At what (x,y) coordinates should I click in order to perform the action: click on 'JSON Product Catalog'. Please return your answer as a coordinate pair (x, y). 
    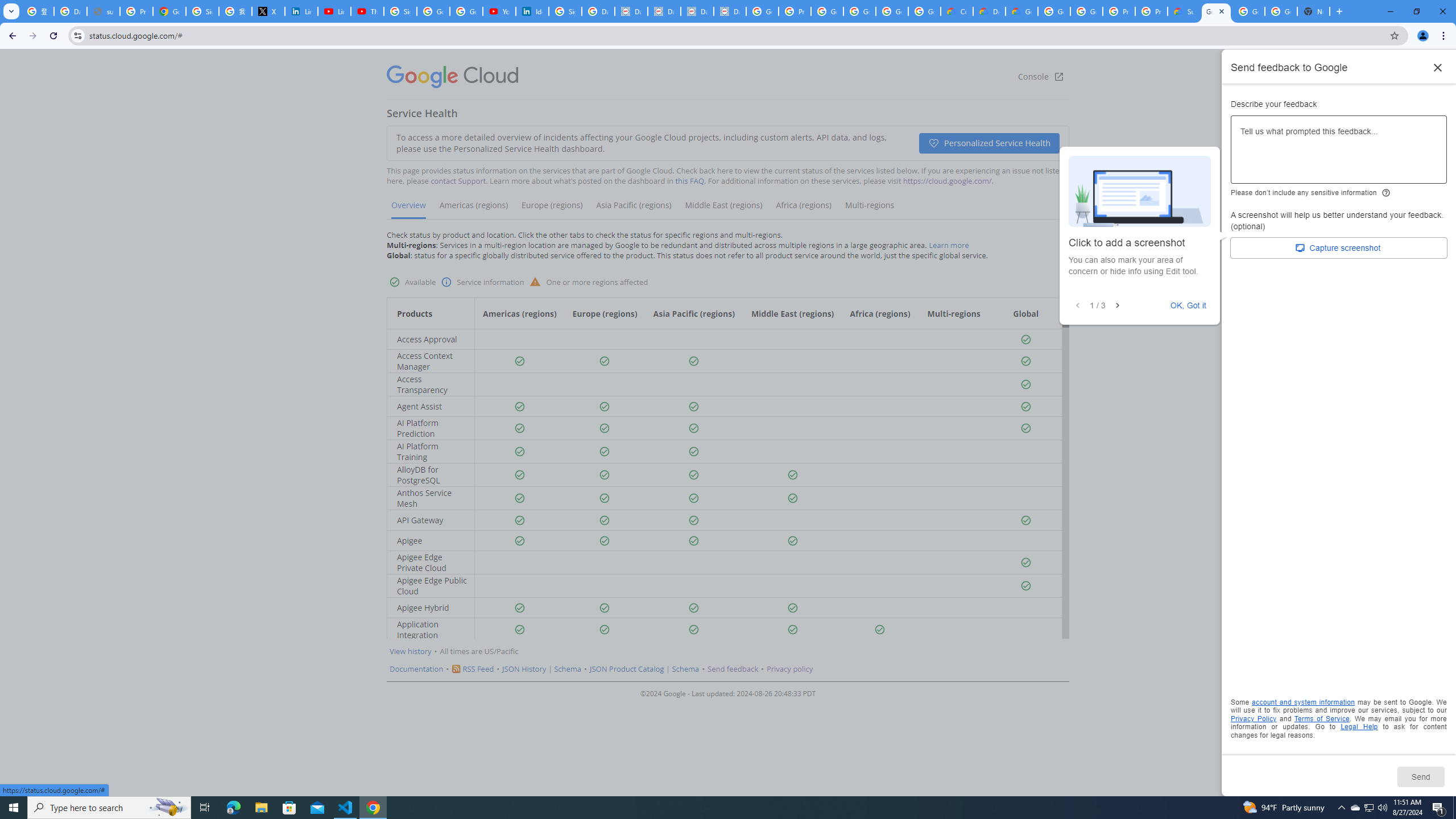
    Looking at the image, I should click on (626, 668).